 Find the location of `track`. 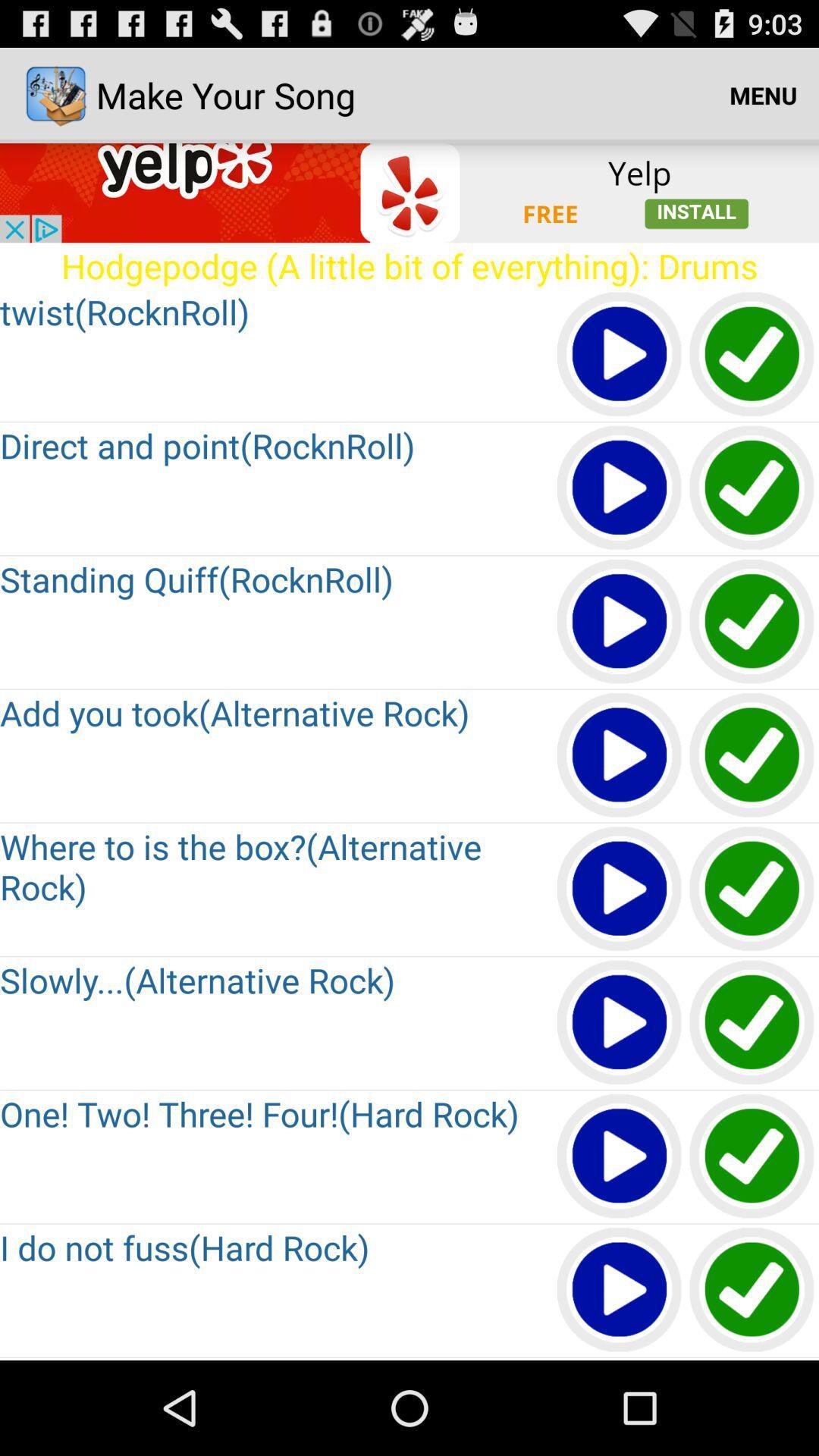

track is located at coordinates (620, 1023).